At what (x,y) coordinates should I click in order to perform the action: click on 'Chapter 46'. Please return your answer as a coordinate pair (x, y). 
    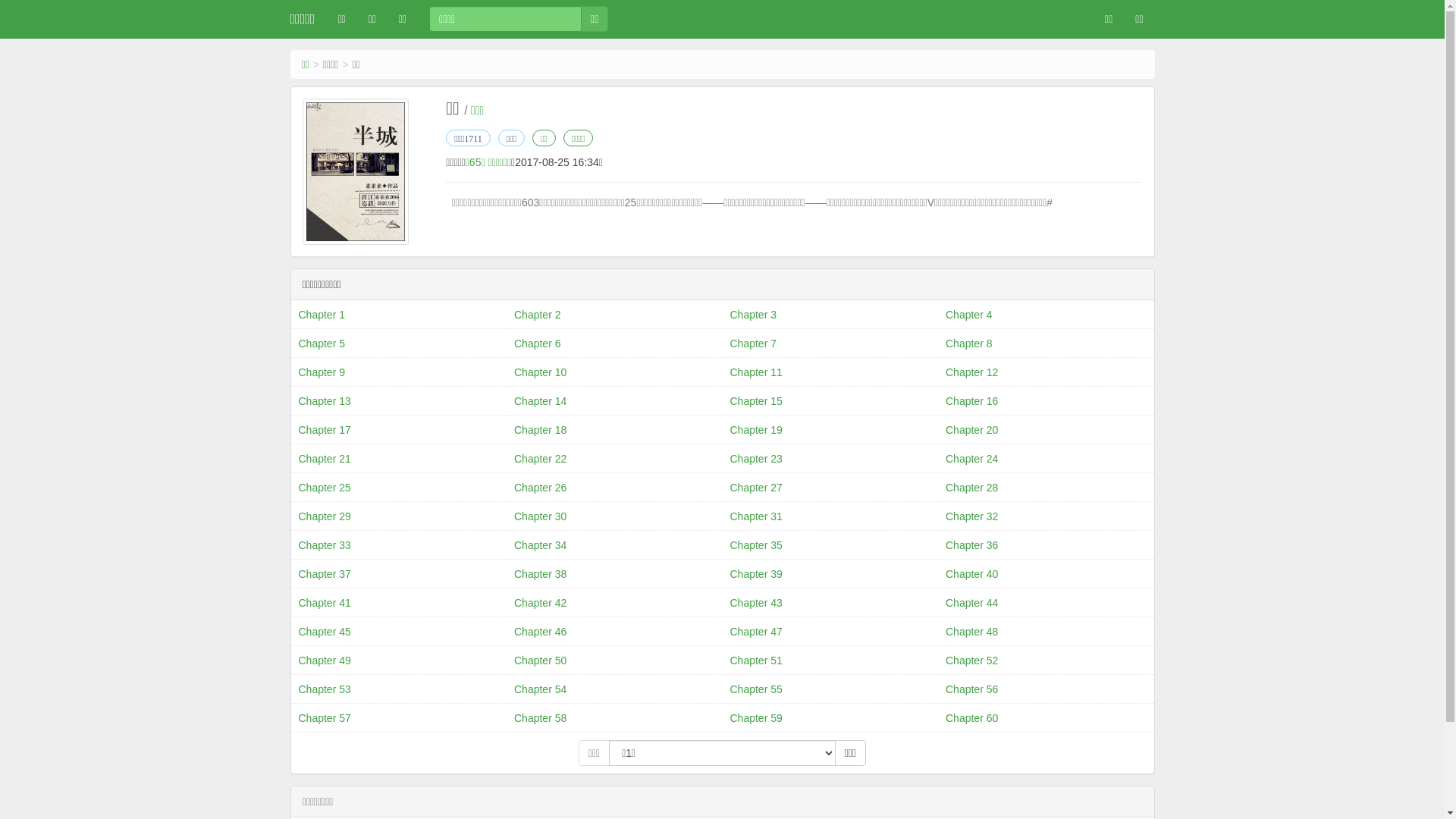
    Looking at the image, I should click on (513, 632).